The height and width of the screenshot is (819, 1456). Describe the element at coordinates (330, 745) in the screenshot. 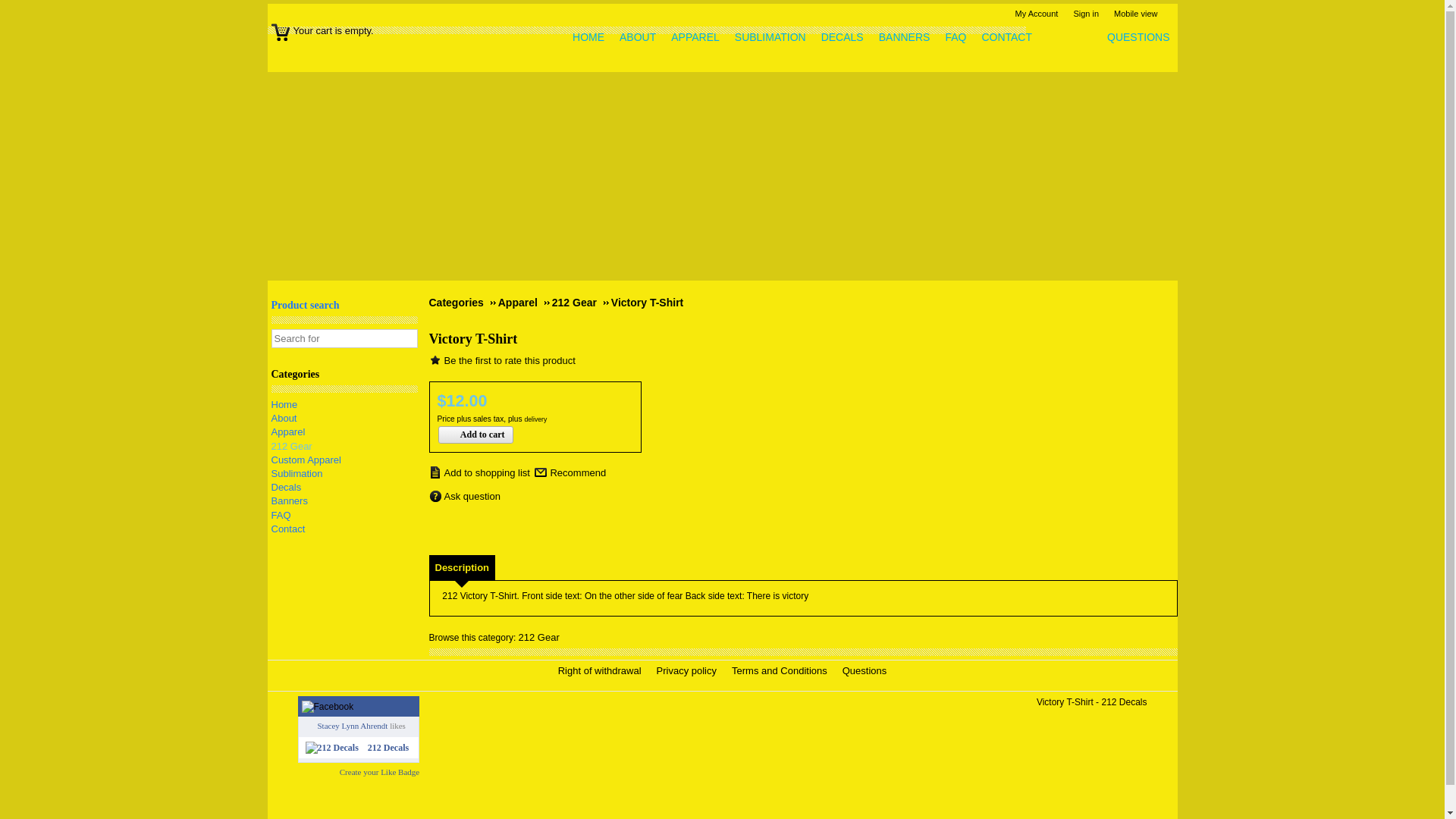

I see `'212 Decals'` at that location.